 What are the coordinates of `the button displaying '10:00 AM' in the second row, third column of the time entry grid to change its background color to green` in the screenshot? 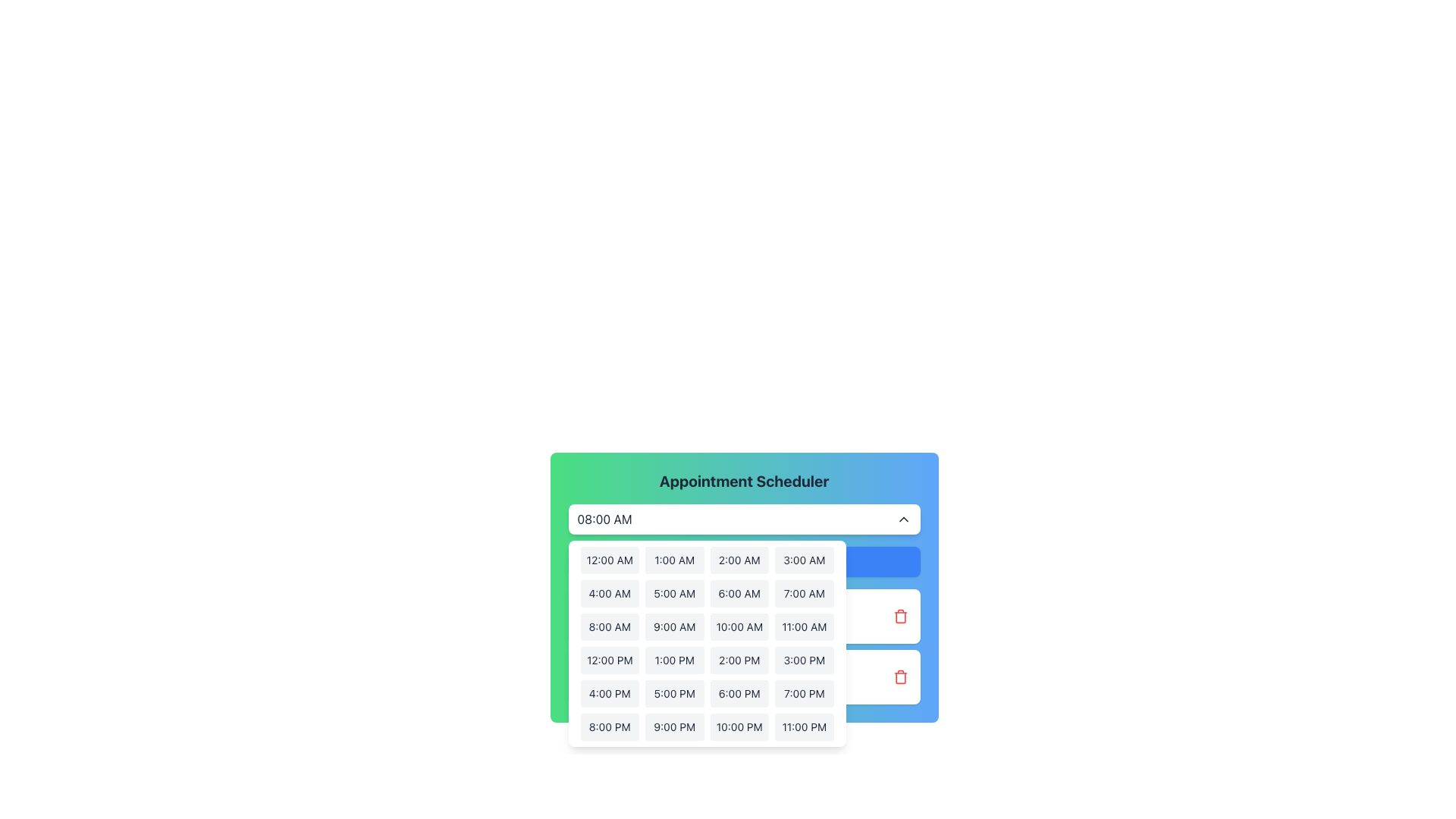 It's located at (739, 626).